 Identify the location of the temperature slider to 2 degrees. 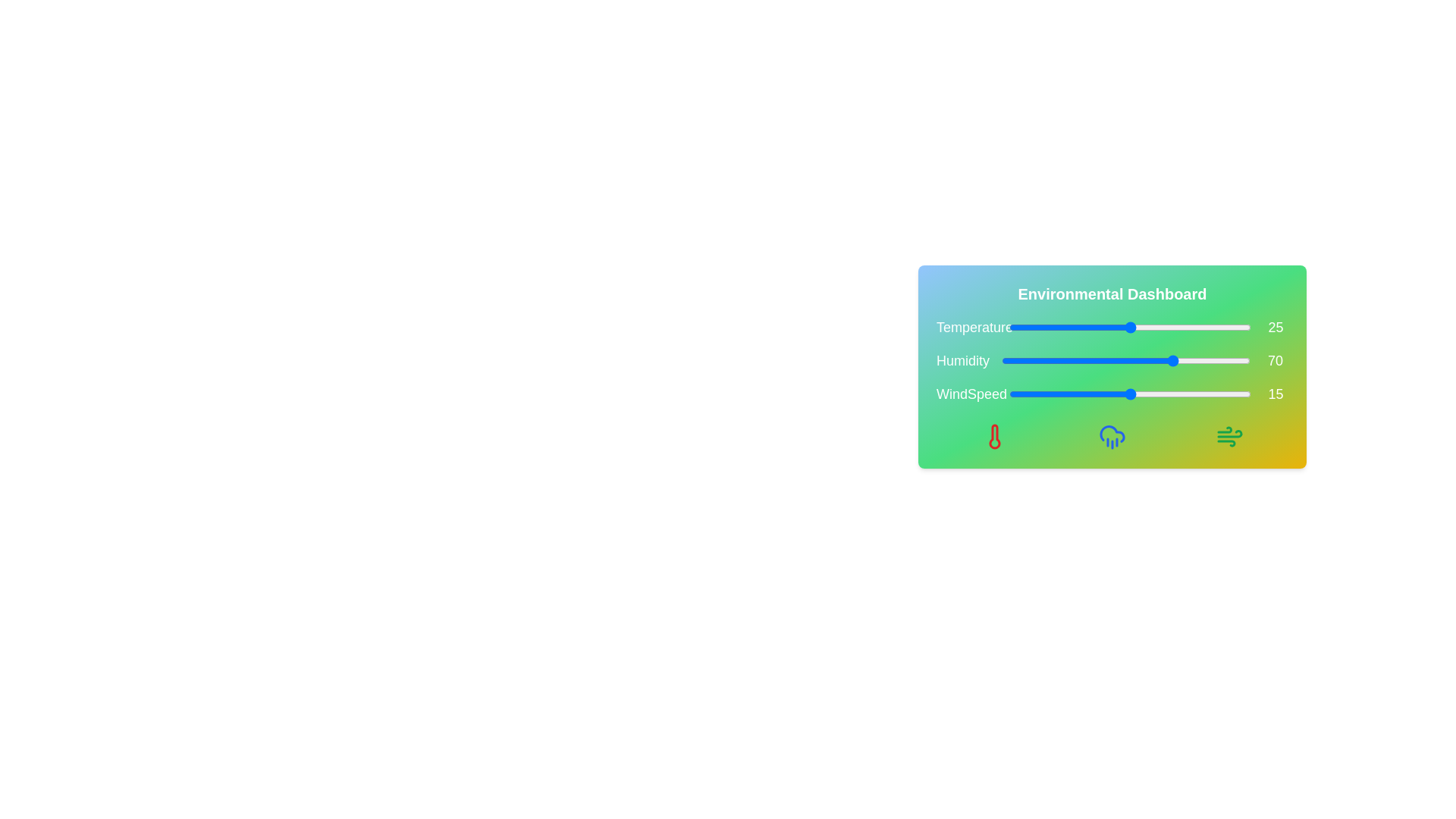
(1018, 327).